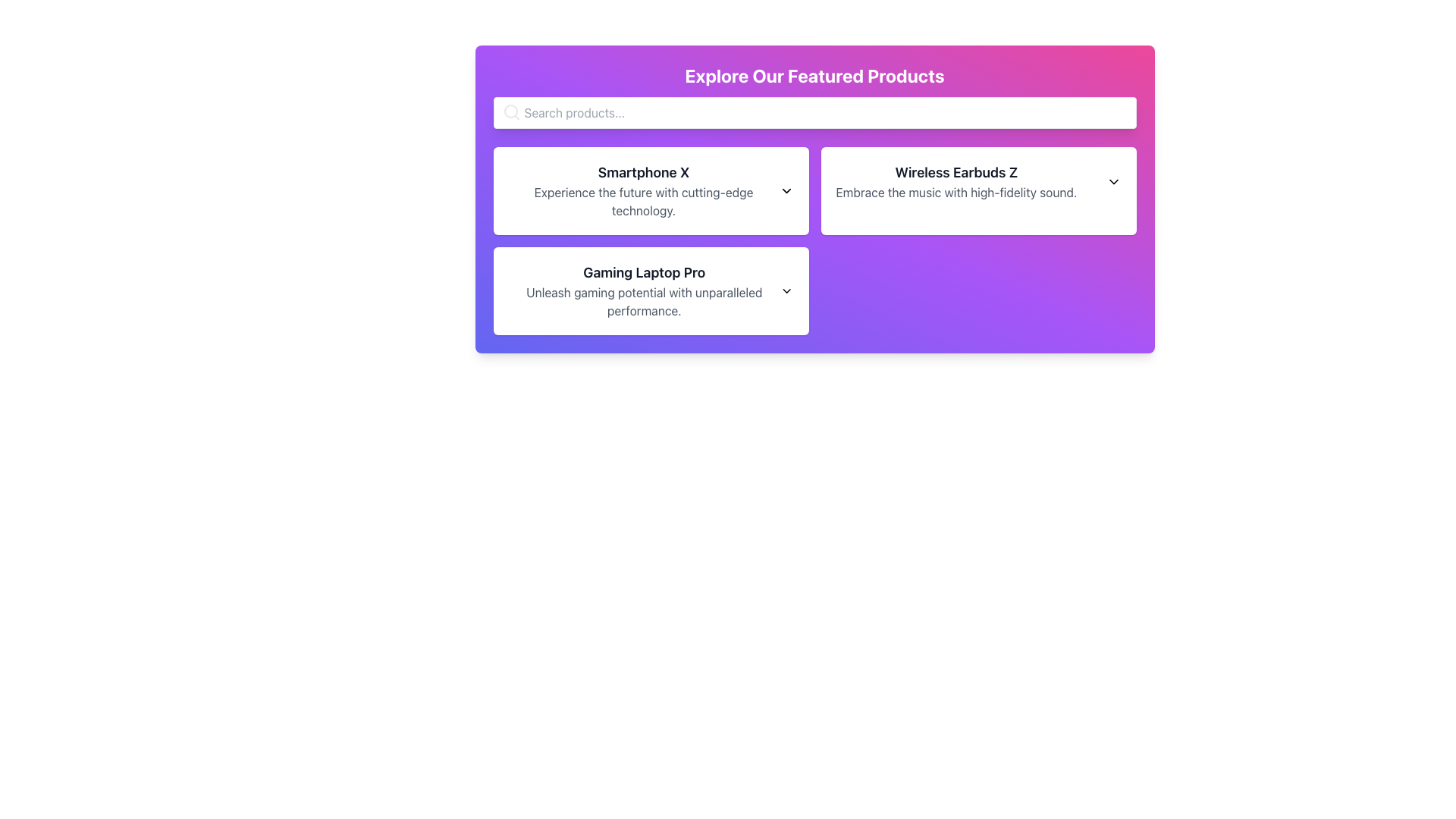 The image size is (1456, 819). Describe the element at coordinates (955, 171) in the screenshot. I see `the Text Label displaying the name 'Wireless Earbuds Z' located in the second card of a three-card layout` at that location.